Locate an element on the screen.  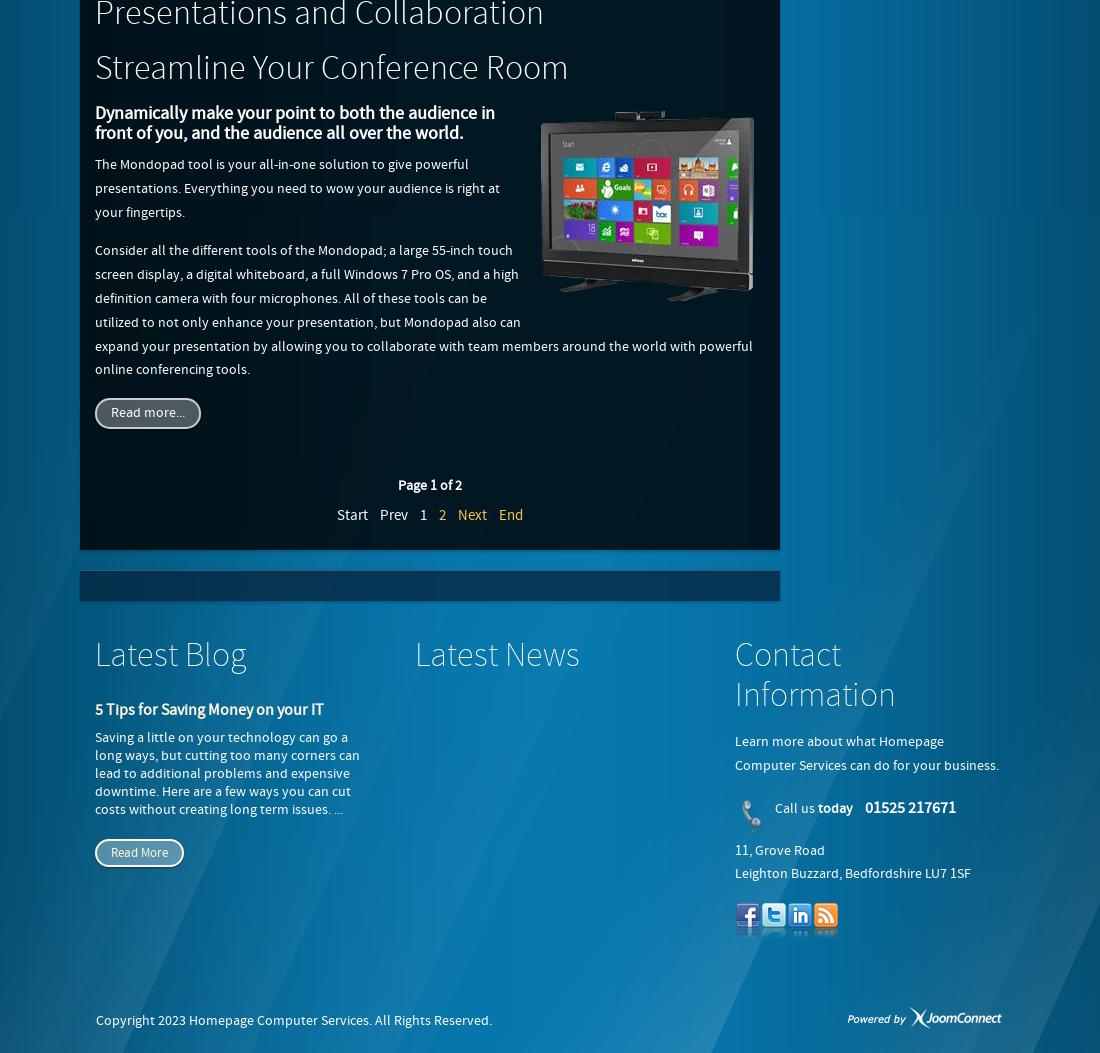
'Prev' is located at coordinates (380, 515).